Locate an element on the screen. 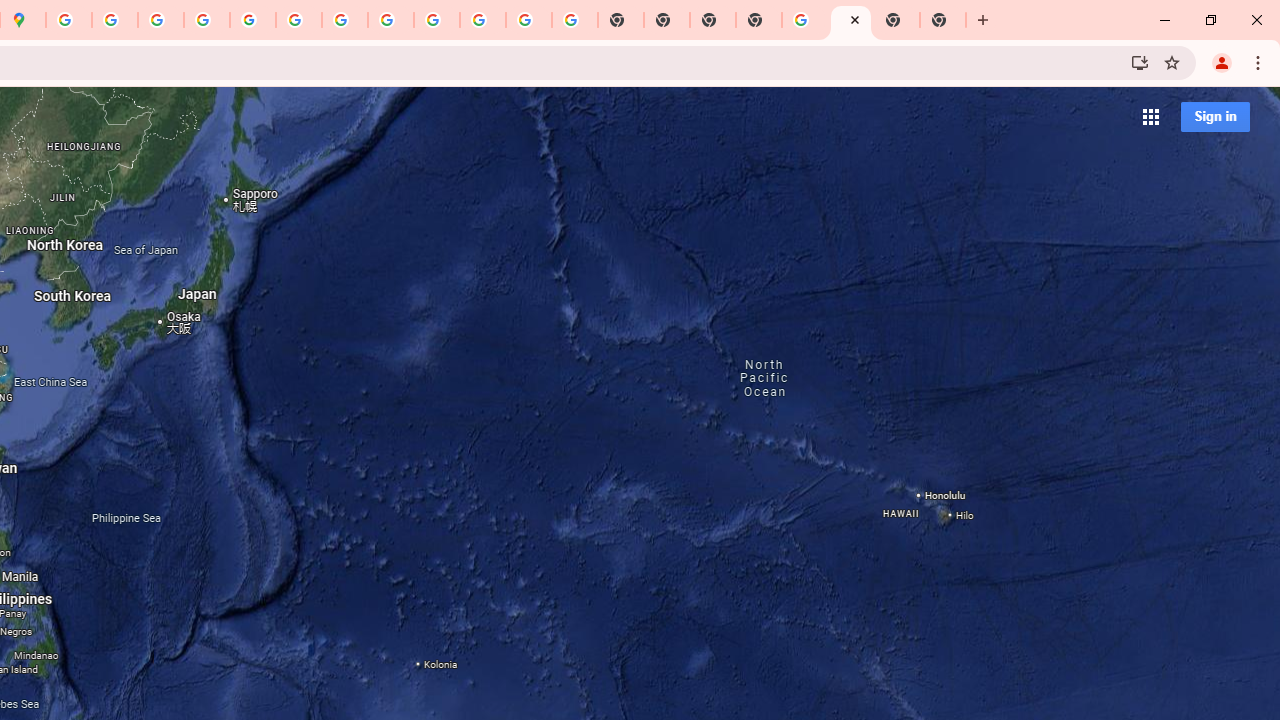  'Privacy Help Center - Policies Help' is located at coordinates (114, 20).